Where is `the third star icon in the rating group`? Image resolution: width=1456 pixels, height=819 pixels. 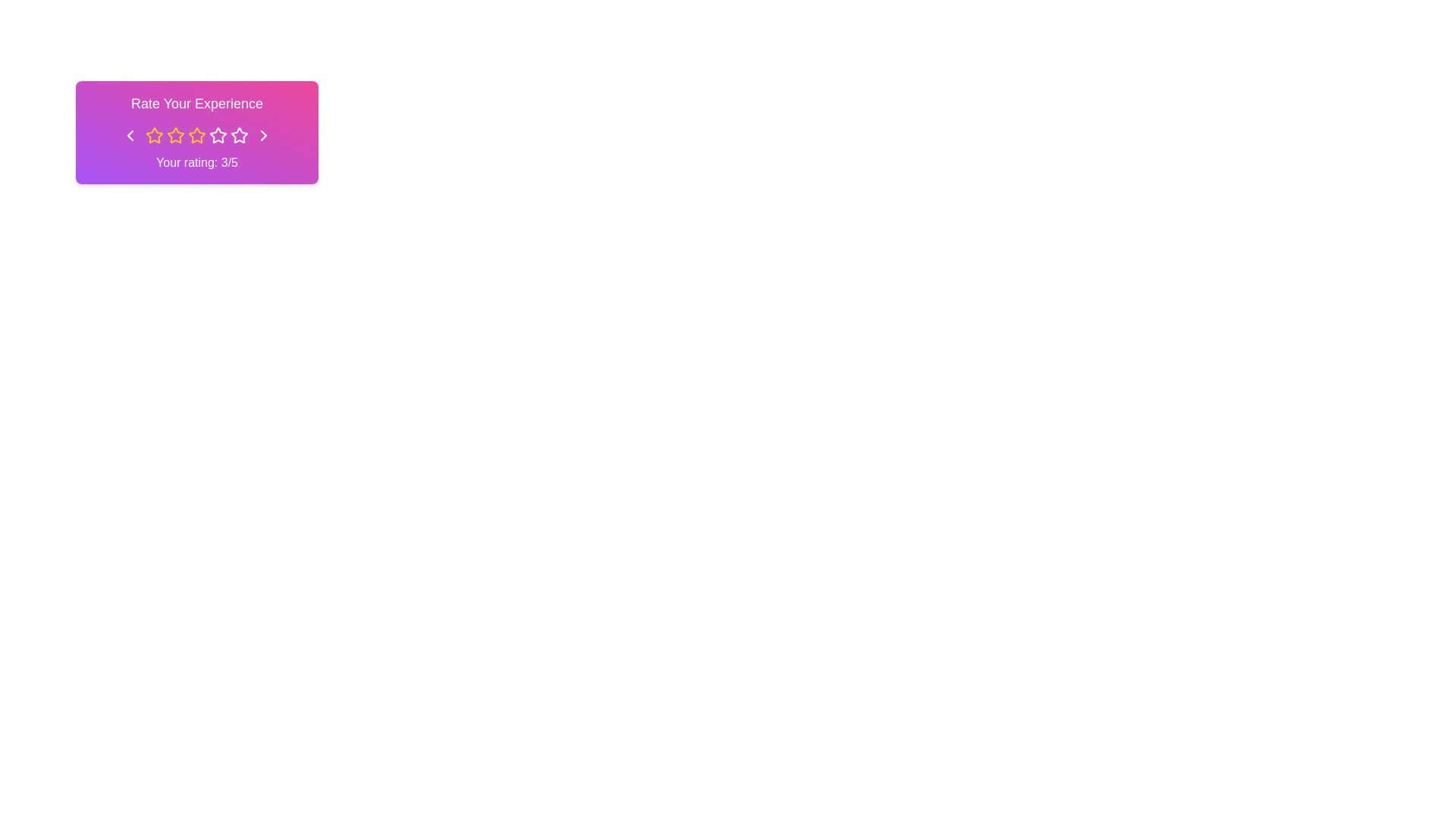
the third star icon in the rating group is located at coordinates (218, 134).